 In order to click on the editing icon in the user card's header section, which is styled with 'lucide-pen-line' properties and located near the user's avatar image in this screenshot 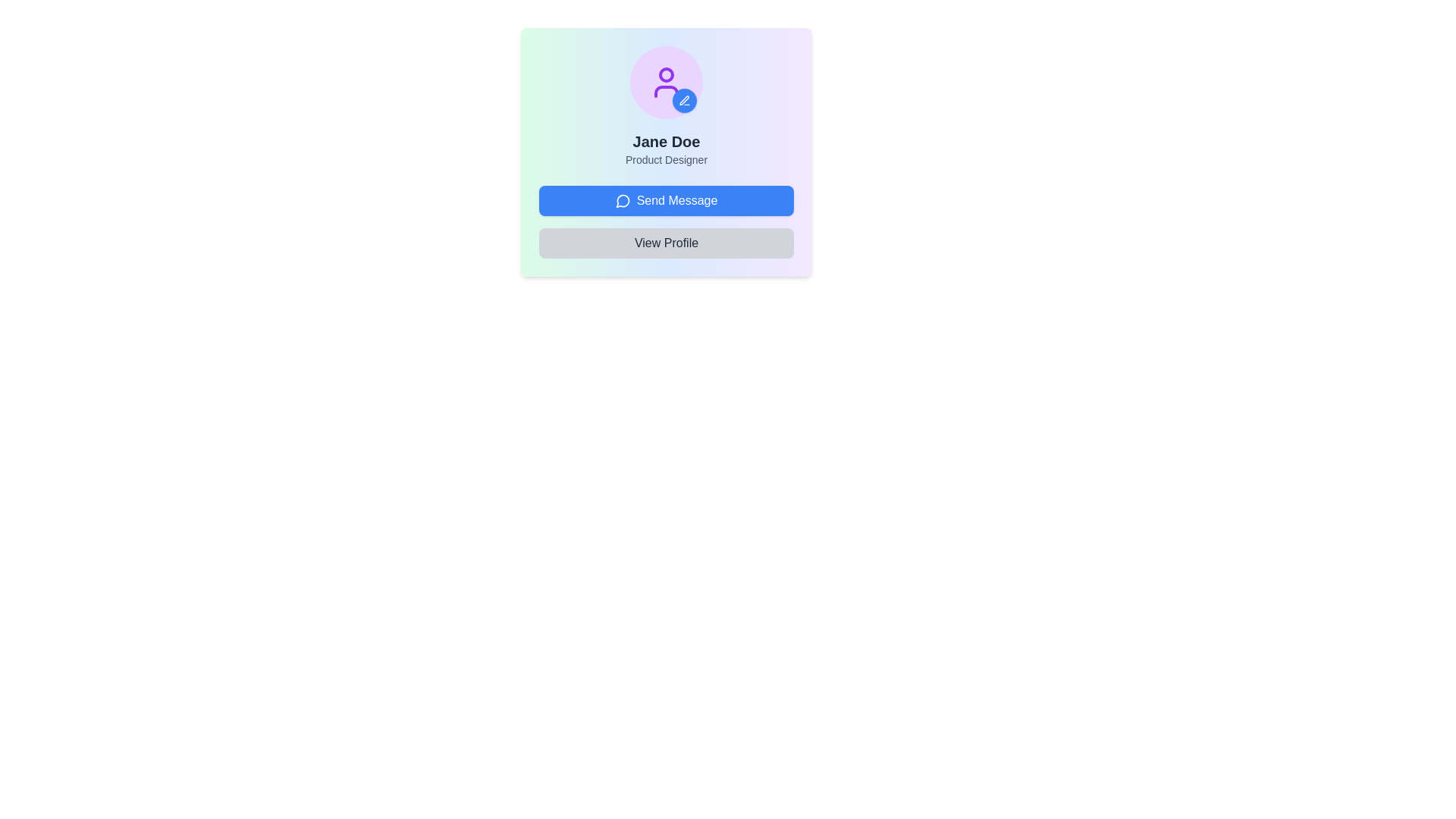, I will do `click(683, 100)`.